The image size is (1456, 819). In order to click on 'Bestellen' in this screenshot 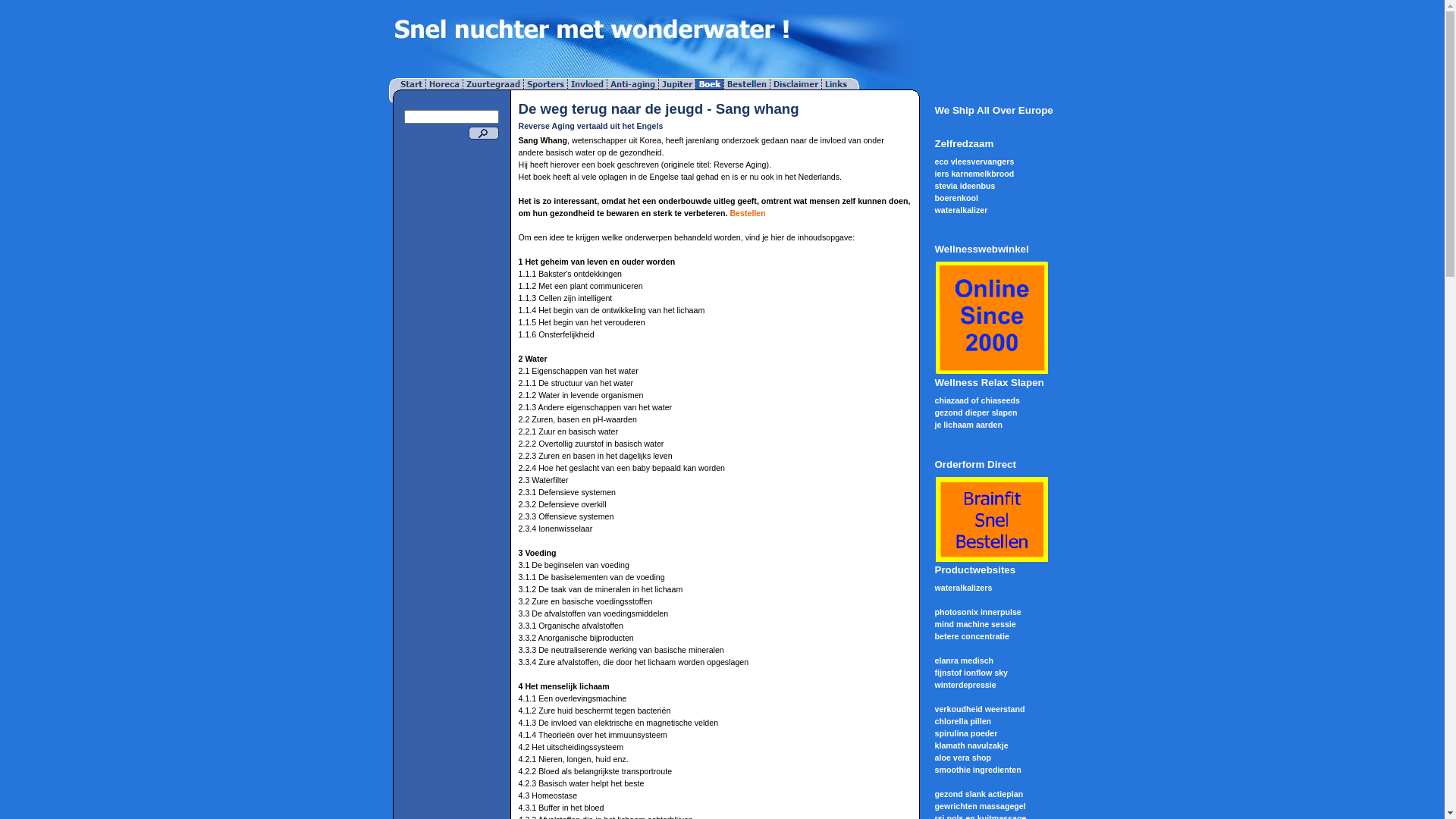, I will do `click(729, 213)`.